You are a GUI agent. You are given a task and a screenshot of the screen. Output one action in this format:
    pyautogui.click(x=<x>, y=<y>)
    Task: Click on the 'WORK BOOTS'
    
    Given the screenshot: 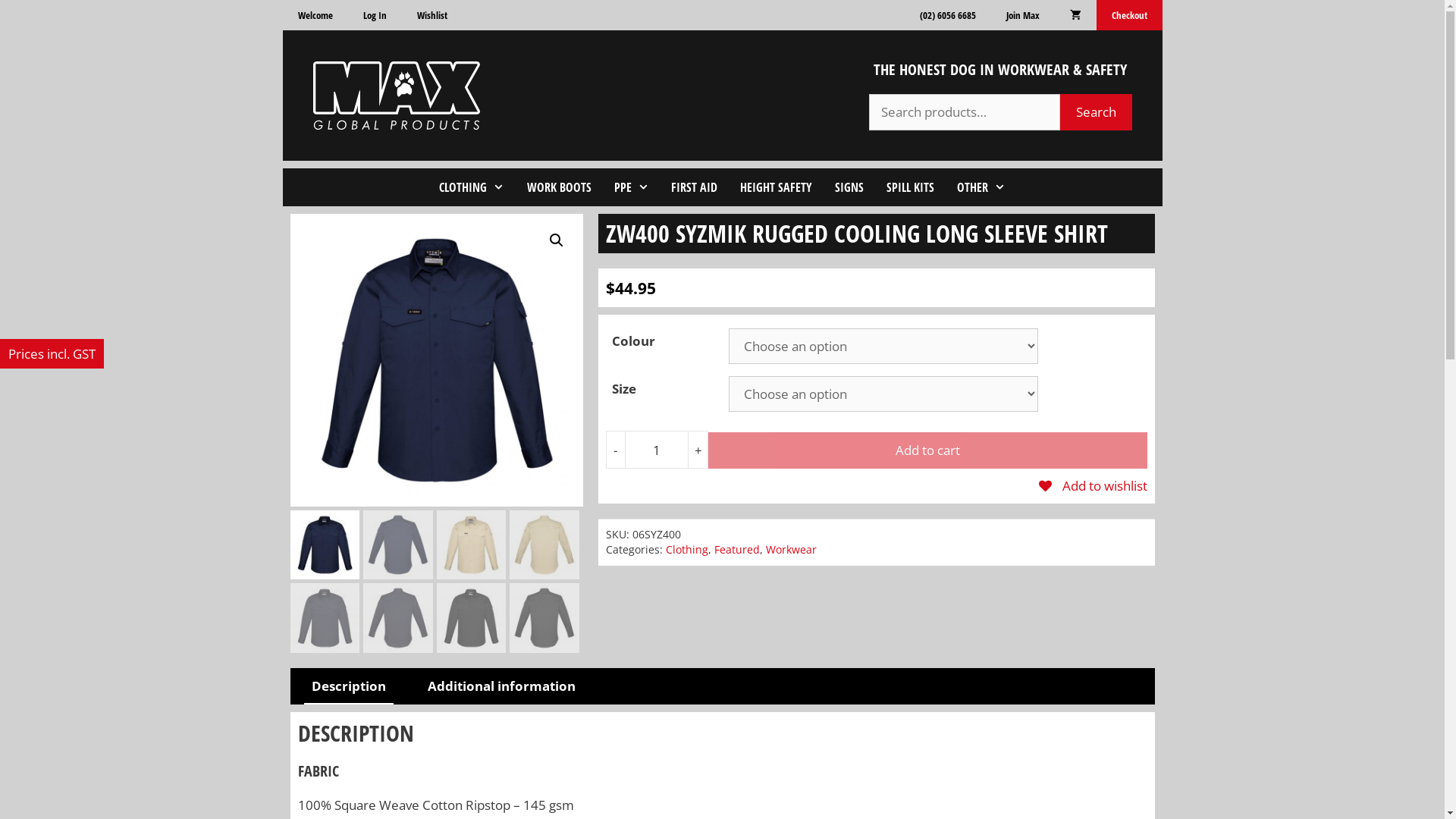 What is the action you would take?
    pyautogui.click(x=558, y=186)
    